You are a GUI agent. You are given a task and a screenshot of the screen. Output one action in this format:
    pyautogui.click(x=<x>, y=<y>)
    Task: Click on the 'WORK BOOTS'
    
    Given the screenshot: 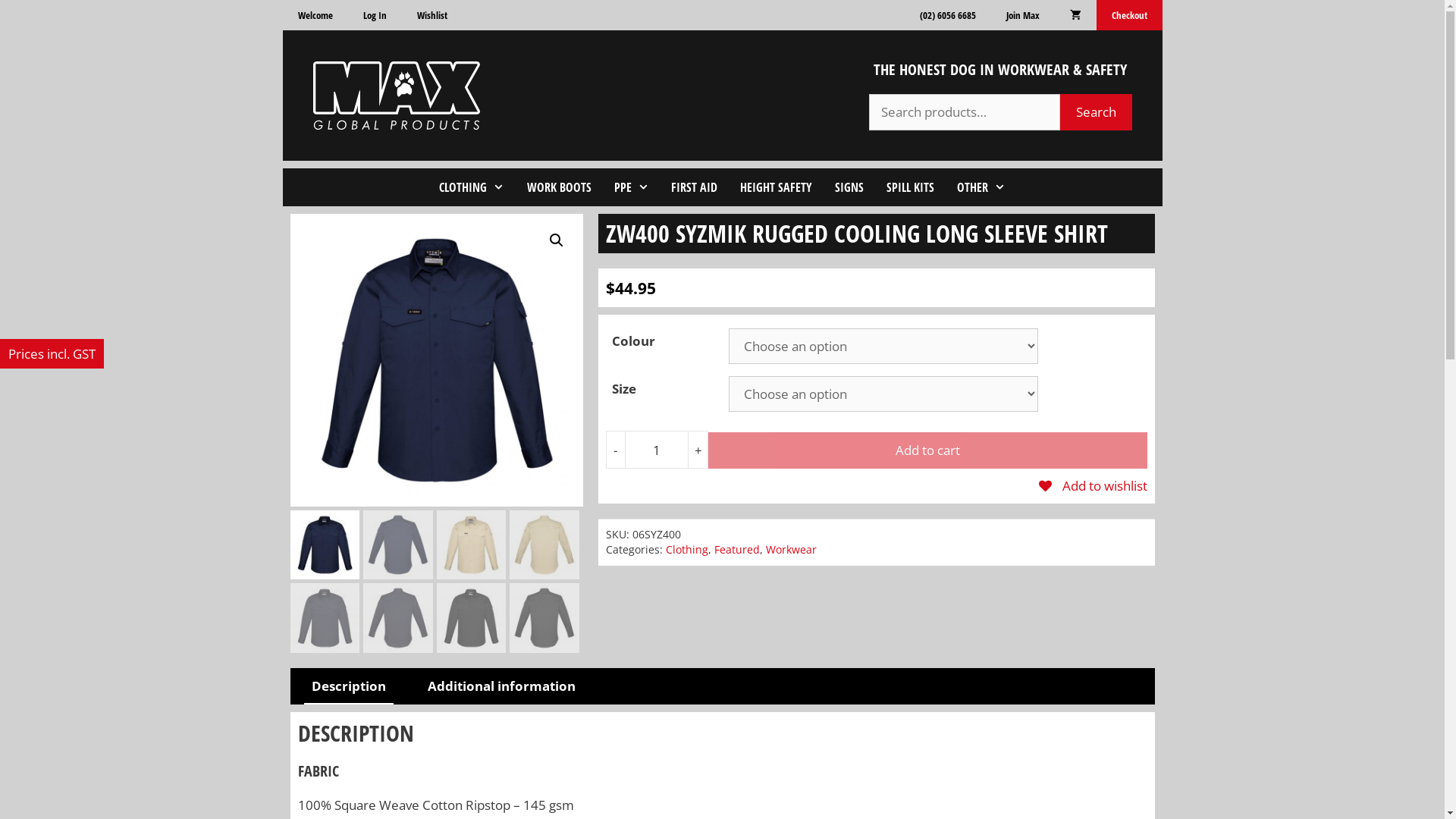 What is the action you would take?
    pyautogui.click(x=558, y=186)
    